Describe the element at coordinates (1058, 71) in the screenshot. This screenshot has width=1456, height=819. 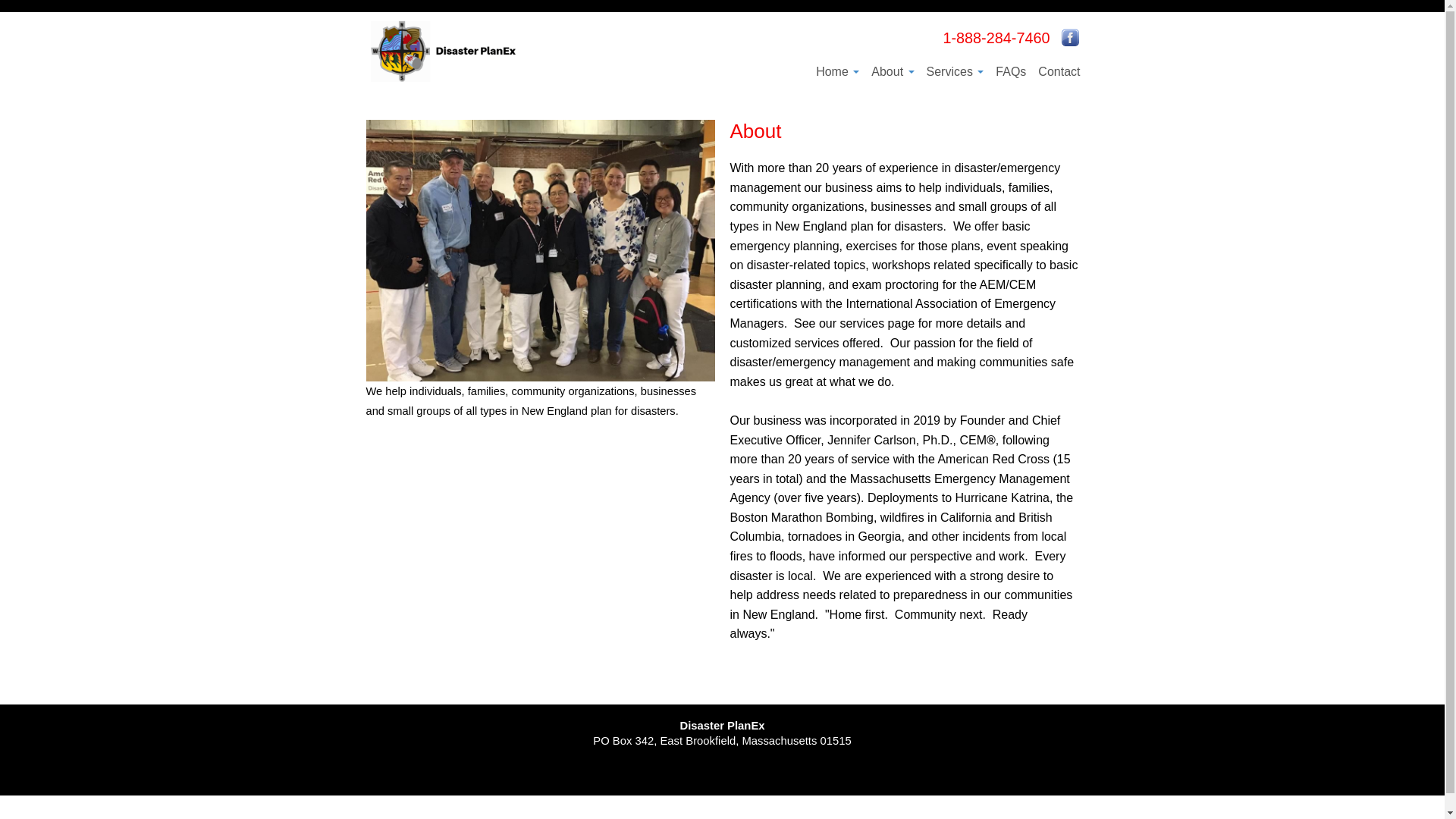
I see `'Contact'` at that location.